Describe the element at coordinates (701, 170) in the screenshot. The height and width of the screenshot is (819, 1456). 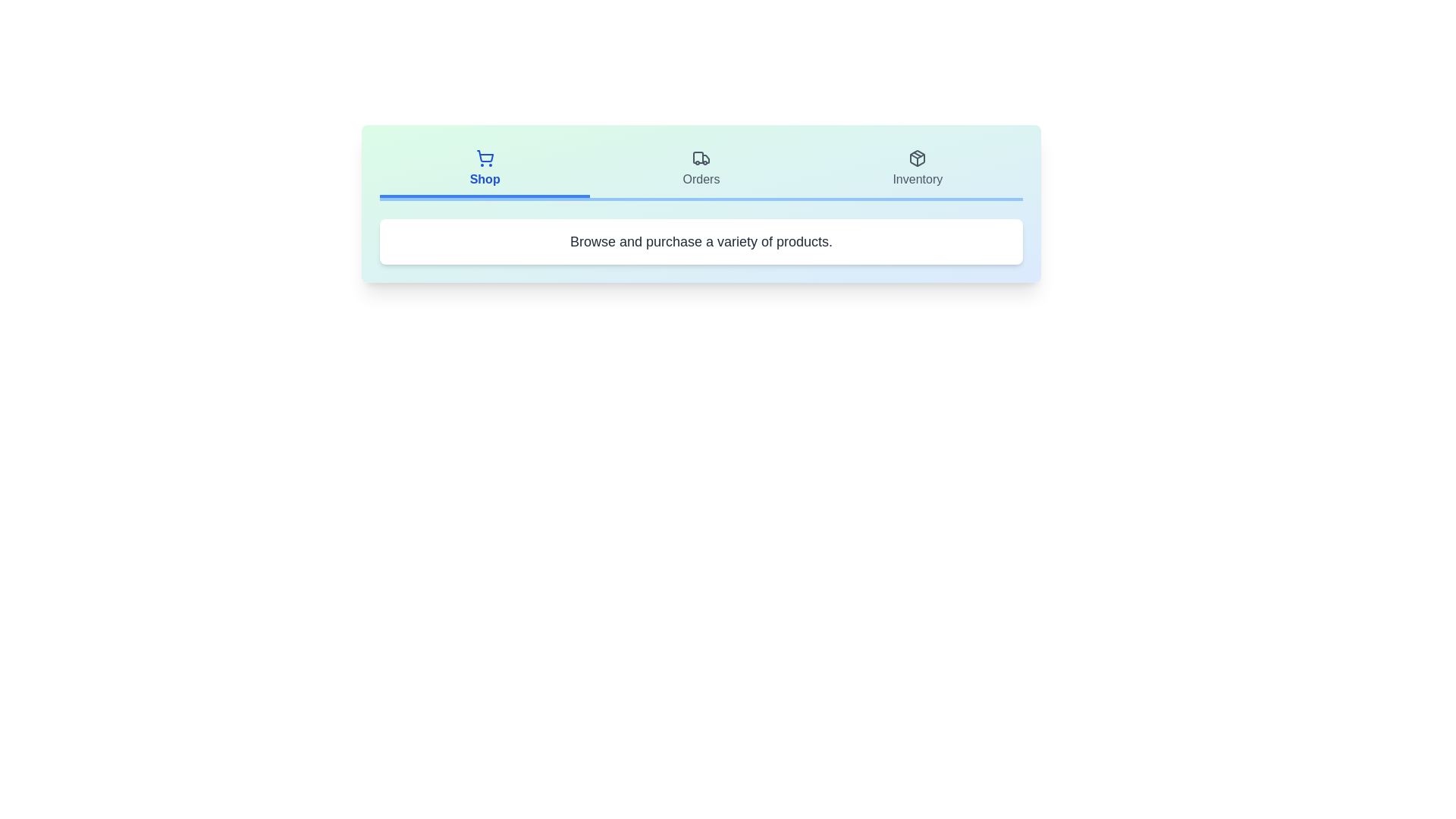
I see `the tab item corresponding to Orders` at that location.